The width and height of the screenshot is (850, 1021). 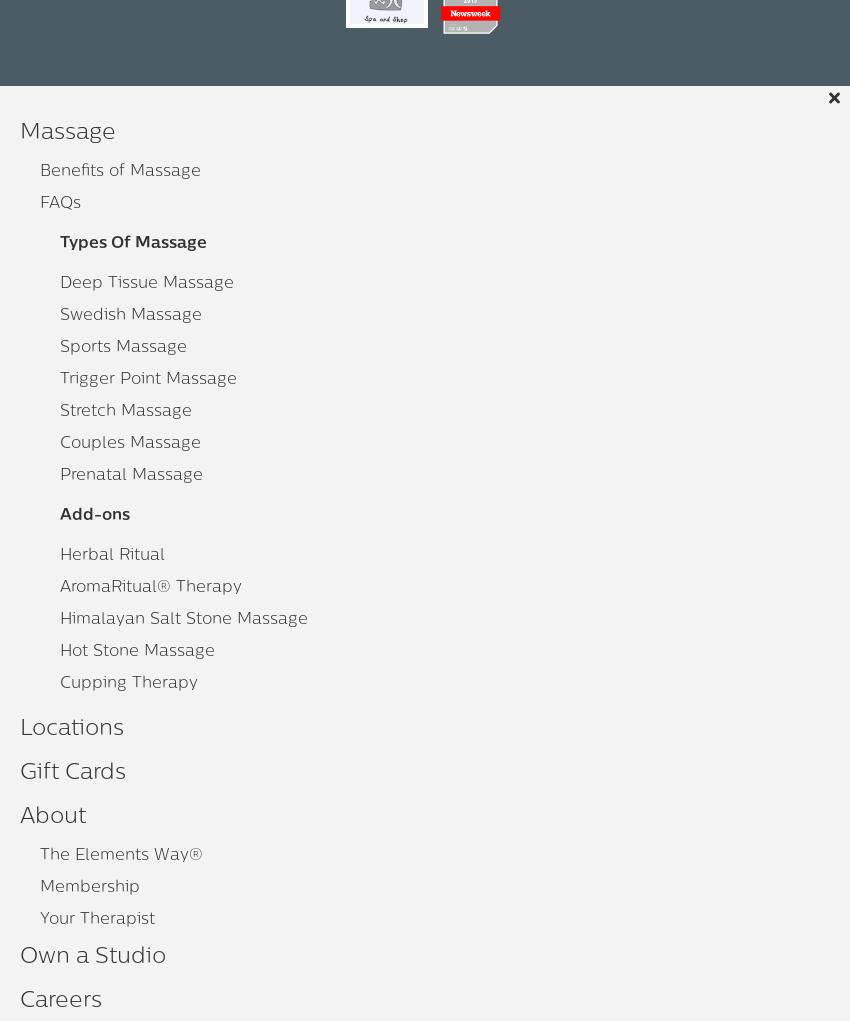 What do you see at coordinates (39, 886) in the screenshot?
I see `'Membership'` at bounding box center [39, 886].